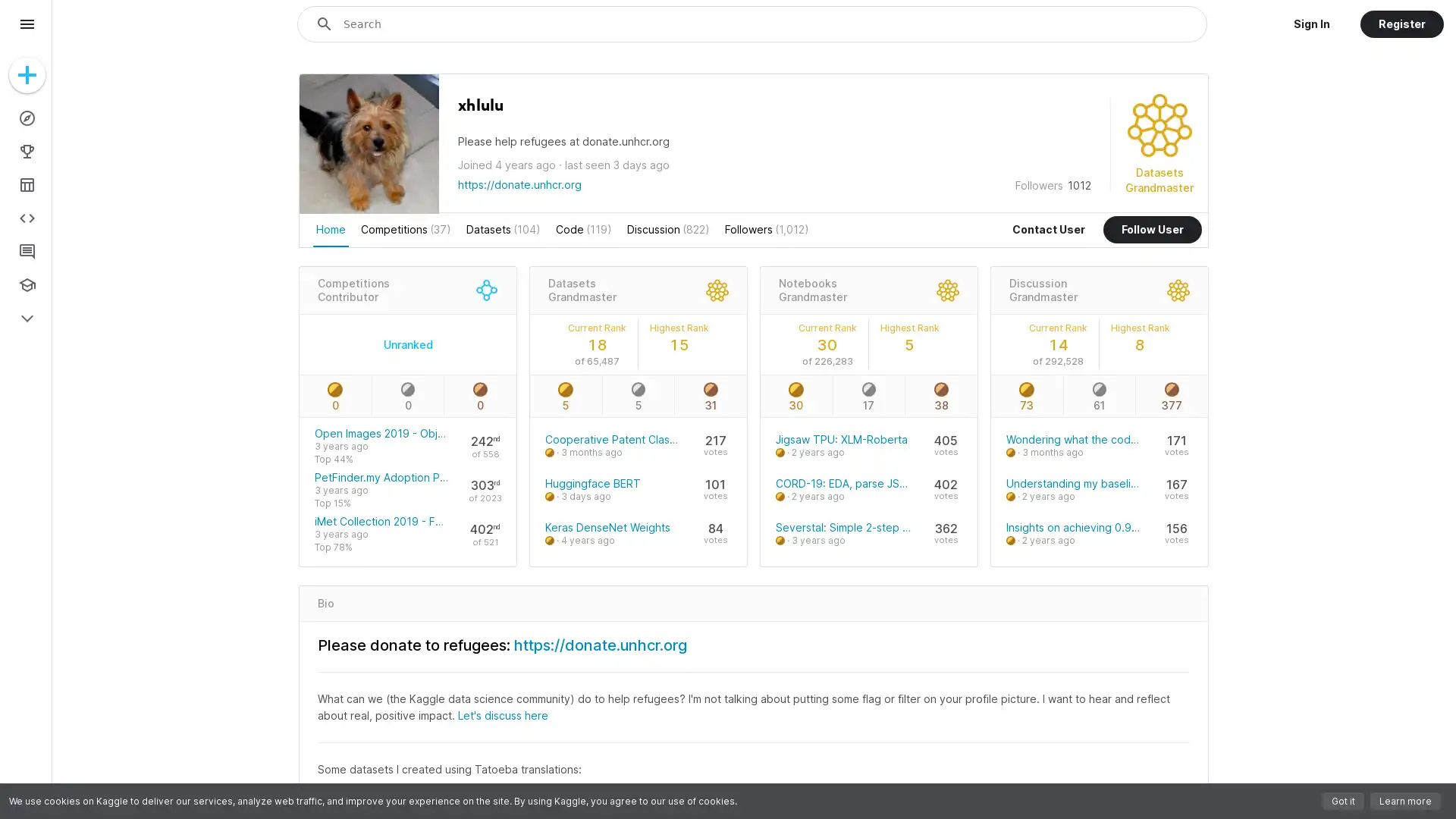 This screenshot has width=1456, height=819. I want to click on Contact User, so click(1047, 230).